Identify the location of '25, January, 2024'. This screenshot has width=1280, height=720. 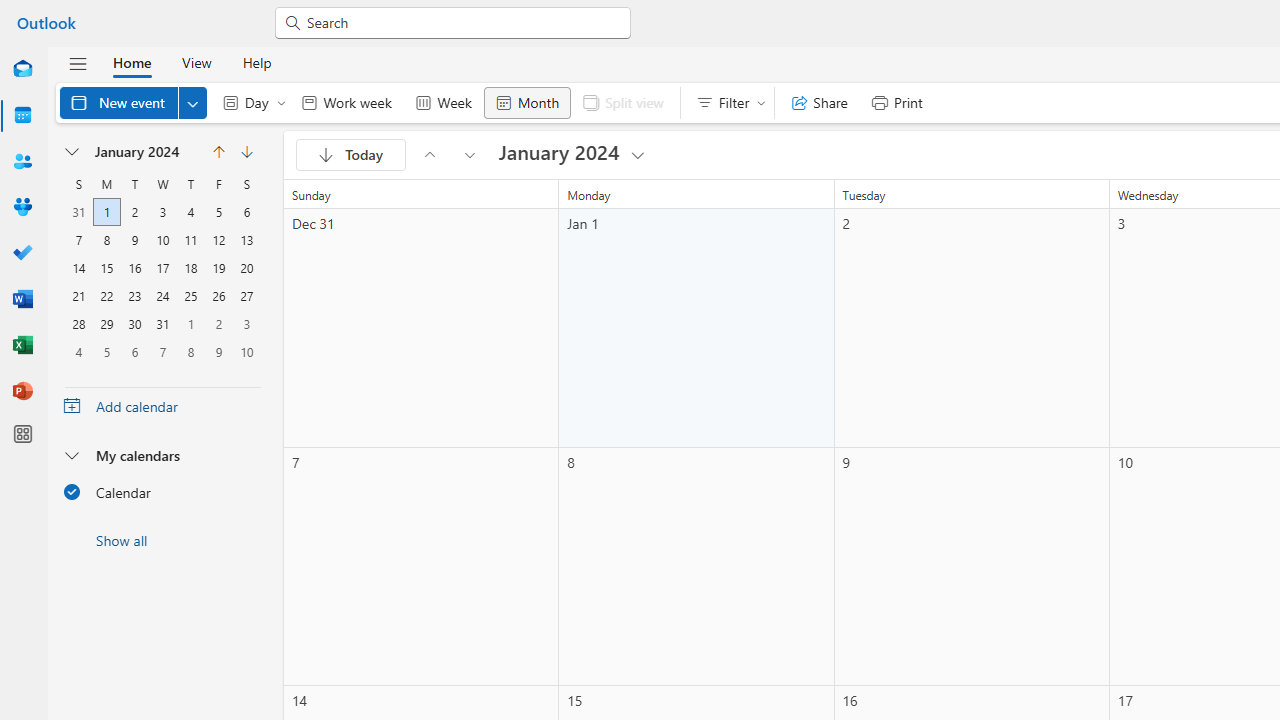
(191, 295).